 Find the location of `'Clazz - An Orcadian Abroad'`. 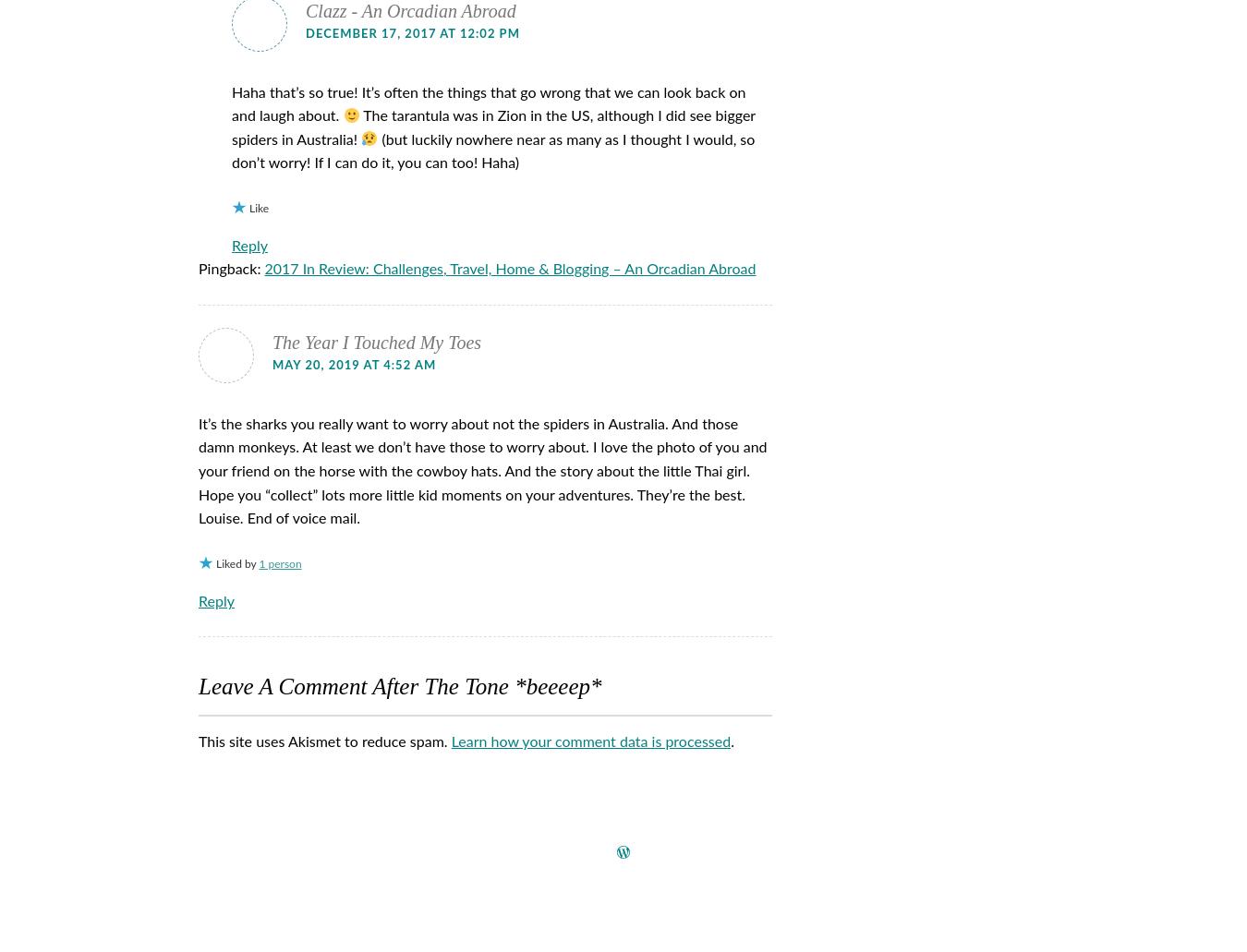

'Clazz - An Orcadian Abroad' is located at coordinates (410, 10).